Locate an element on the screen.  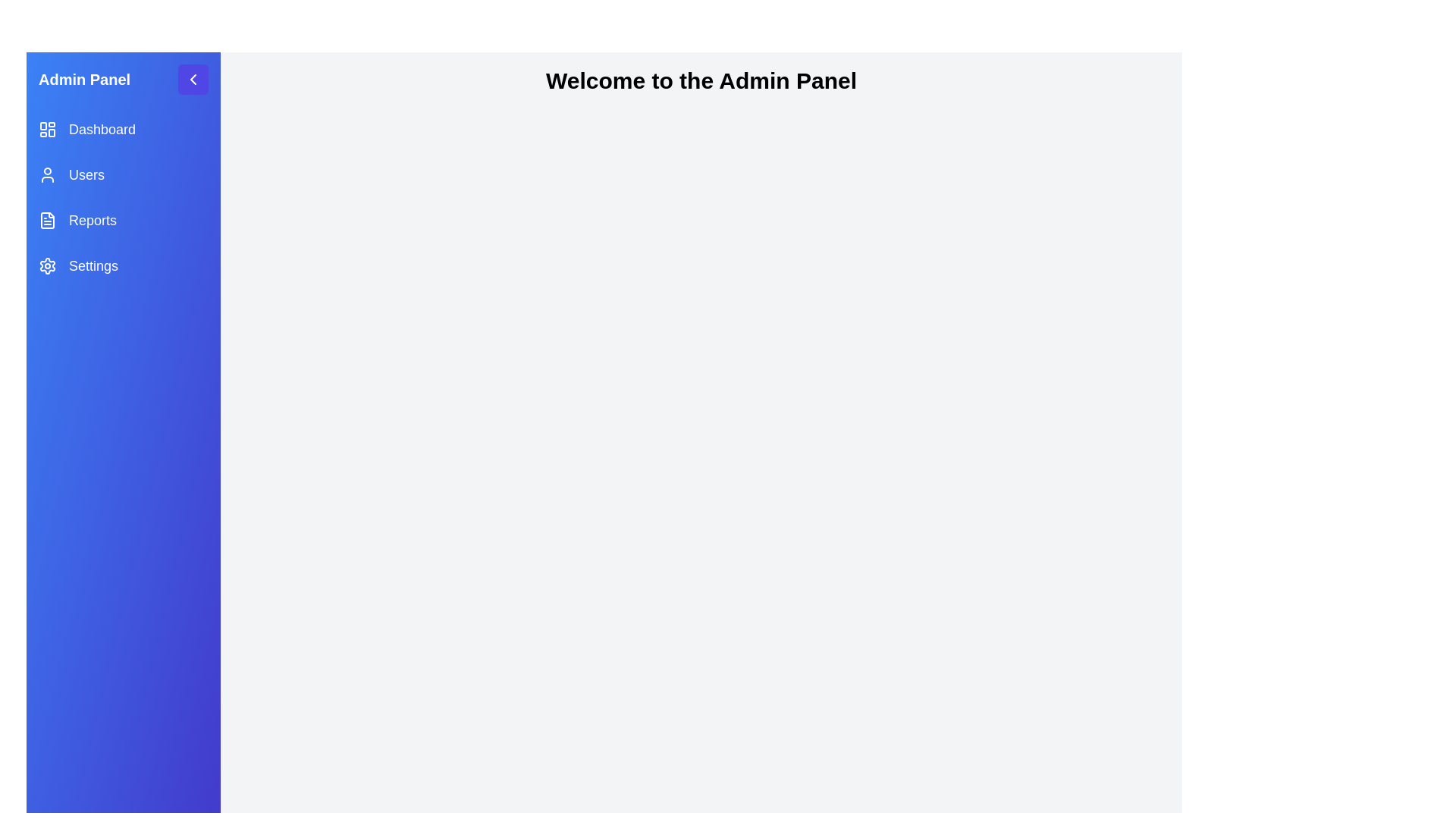
the 'Users' text label in the left sidebar, located below 'Dashboard' and above 'Reports' is located at coordinates (86, 174).